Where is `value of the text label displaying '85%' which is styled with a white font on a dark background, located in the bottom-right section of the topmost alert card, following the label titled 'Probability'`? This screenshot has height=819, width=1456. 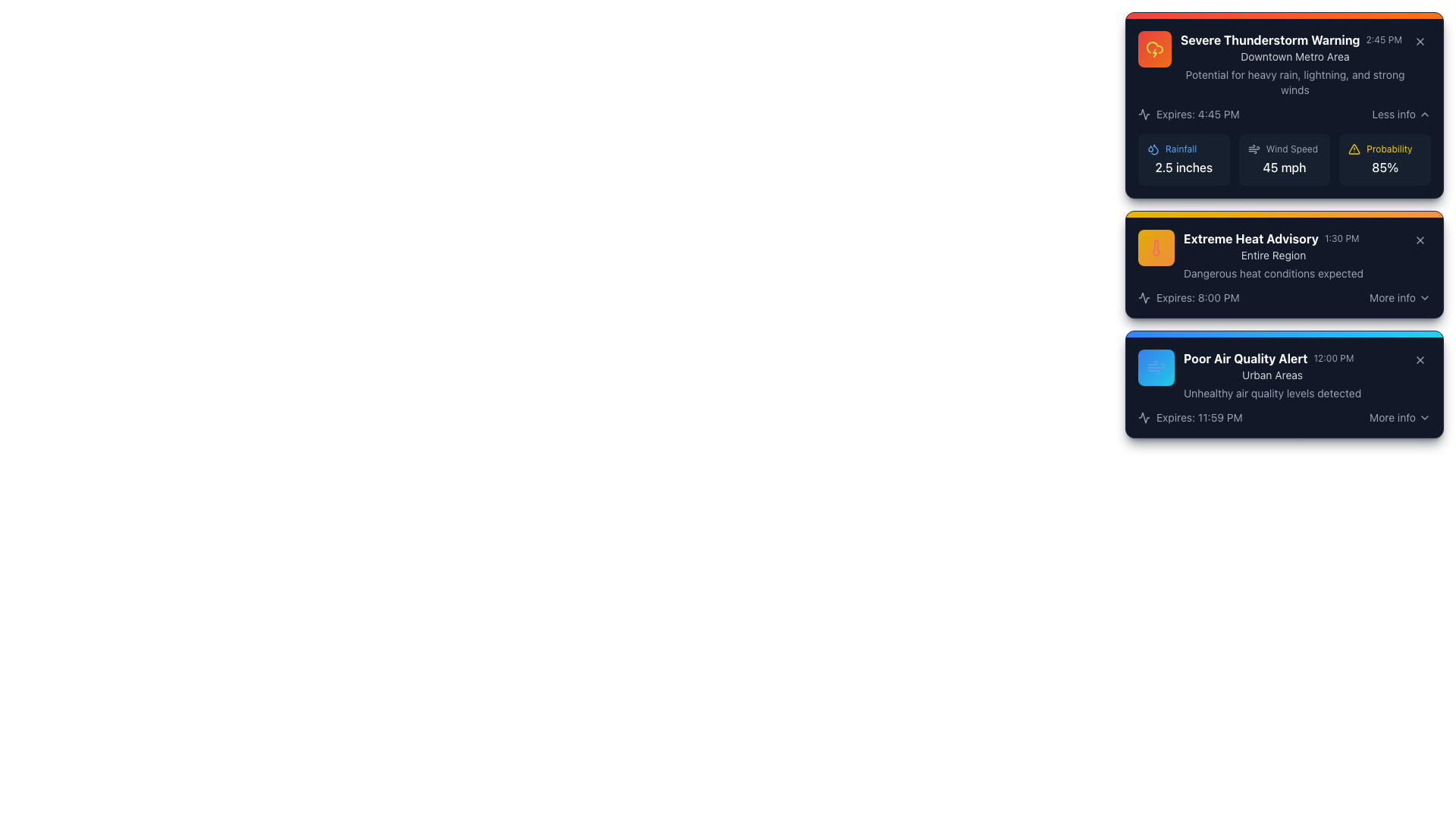 value of the text label displaying '85%' which is styled with a white font on a dark background, located in the bottom-right section of the topmost alert card, following the label titled 'Probability' is located at coordinates (1385, 167).